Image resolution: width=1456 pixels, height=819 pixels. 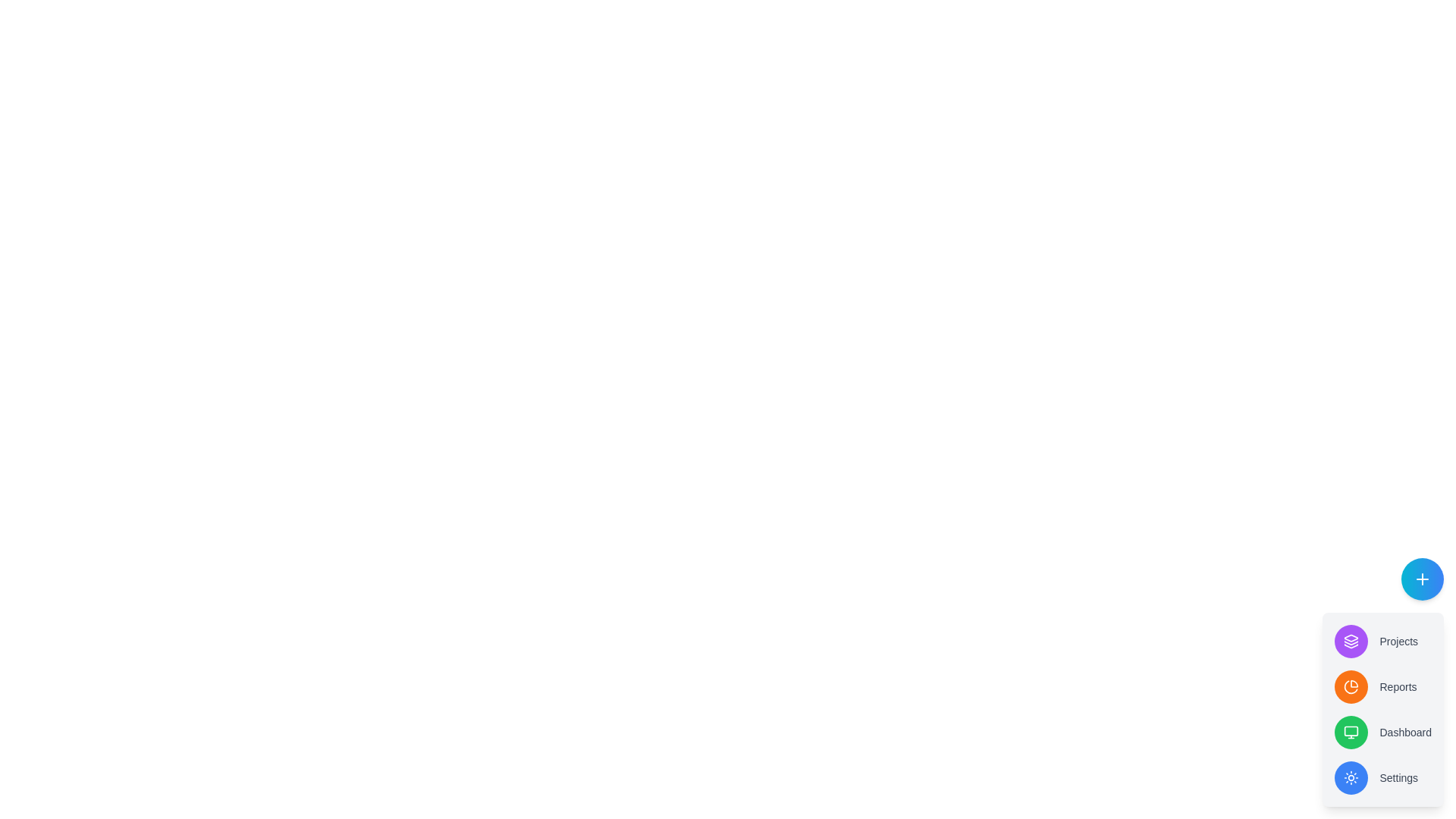 I want to click on the 'Dashboard' text label located in the third position of a vertical list within the sidebar, styled with a small font size and medium weight in gray color, so click(x=1404, y=731).